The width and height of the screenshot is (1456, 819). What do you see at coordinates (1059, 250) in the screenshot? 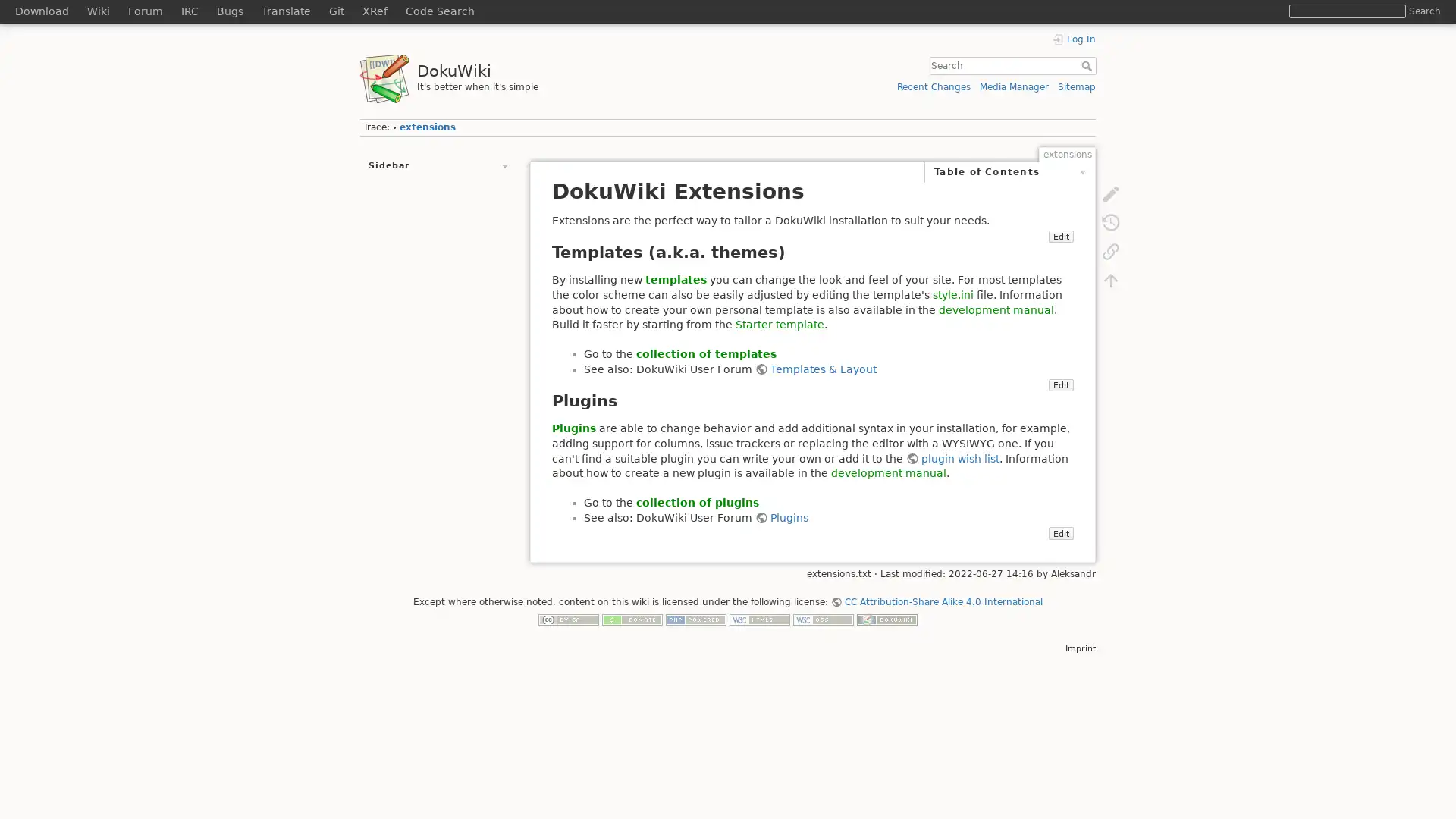
I see `Edit` at bounding box center [1059, 250].